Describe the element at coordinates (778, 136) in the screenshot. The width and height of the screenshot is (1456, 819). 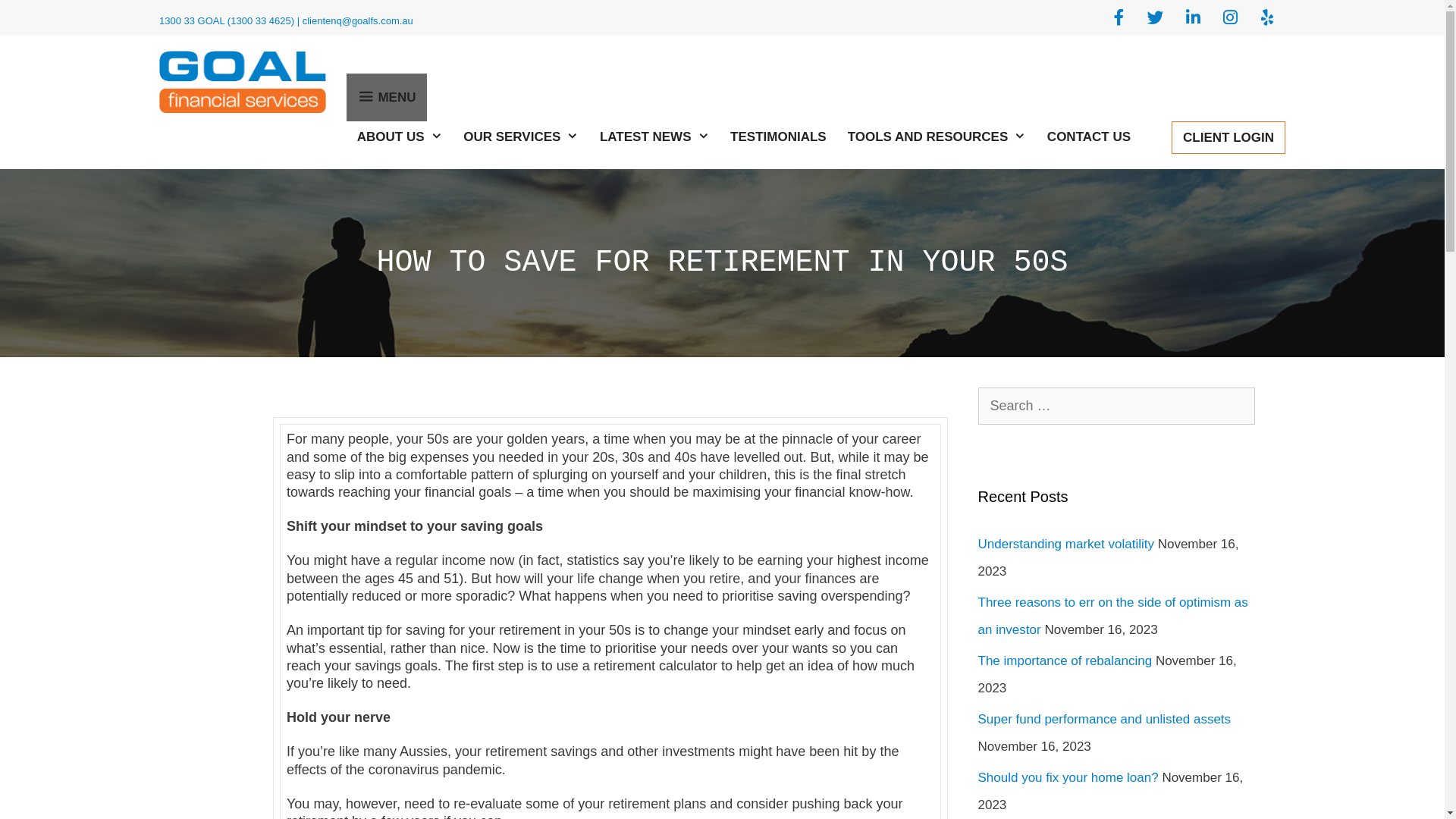
I see `'TESTIMONIALS'` at that location.